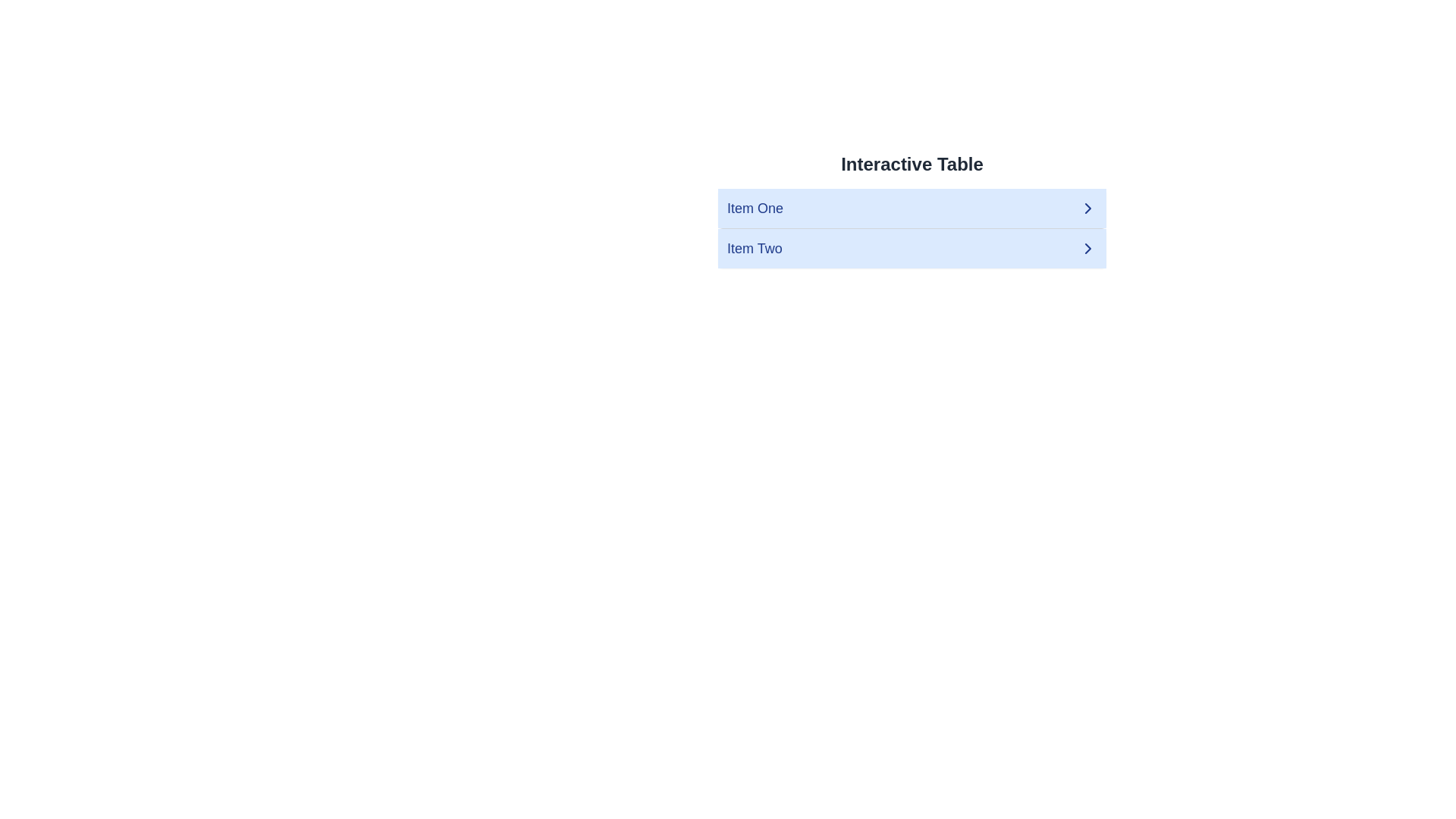 This screenshot has width=1456, height=819. What do you see at coordinates (1087, 208) in the screenshot?
I see `the navigation icon` at bounding box center [1087, 208].